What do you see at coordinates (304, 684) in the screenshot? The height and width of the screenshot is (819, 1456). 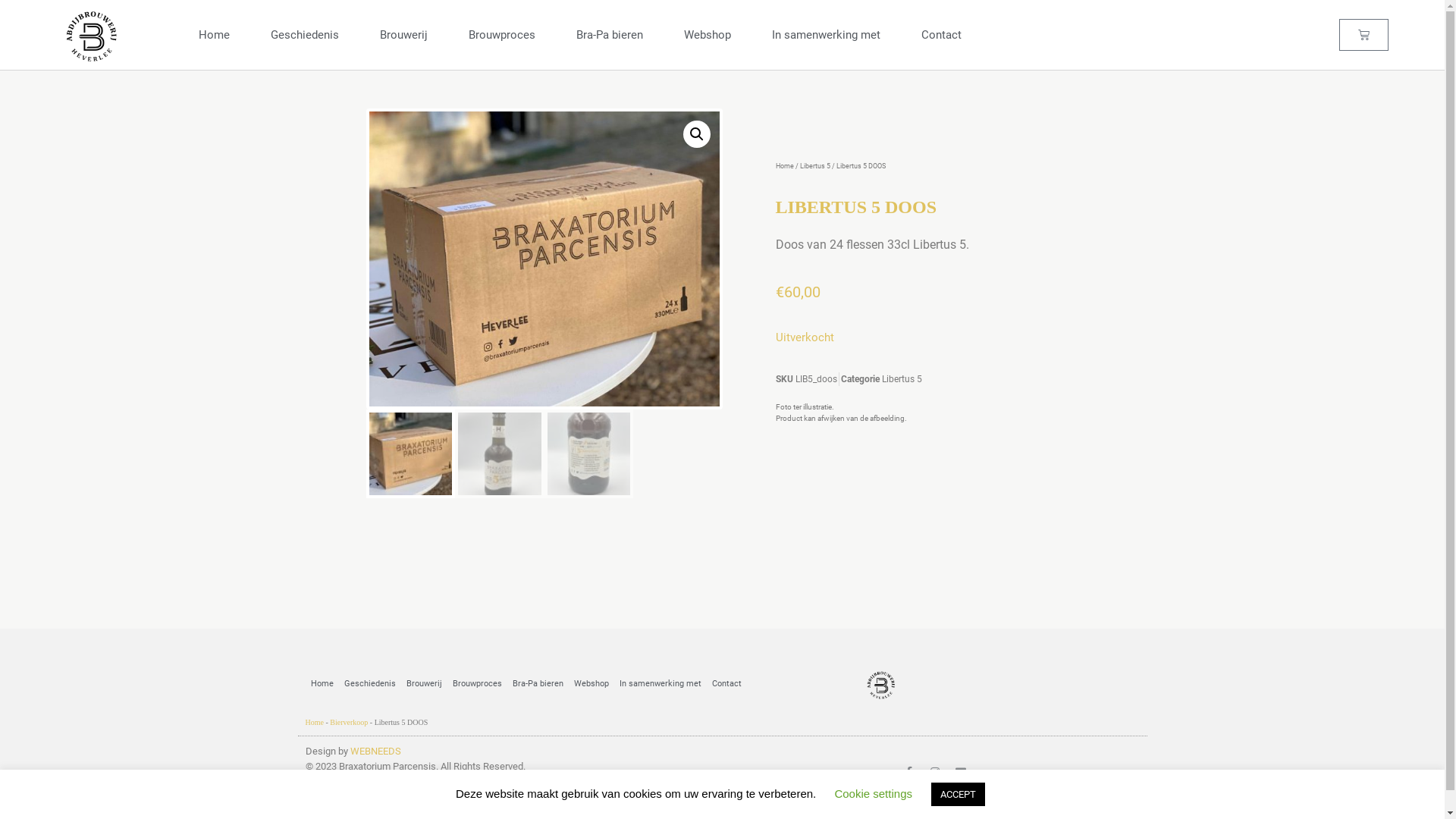 I see `'Home'` at bounding box center [304, 684].